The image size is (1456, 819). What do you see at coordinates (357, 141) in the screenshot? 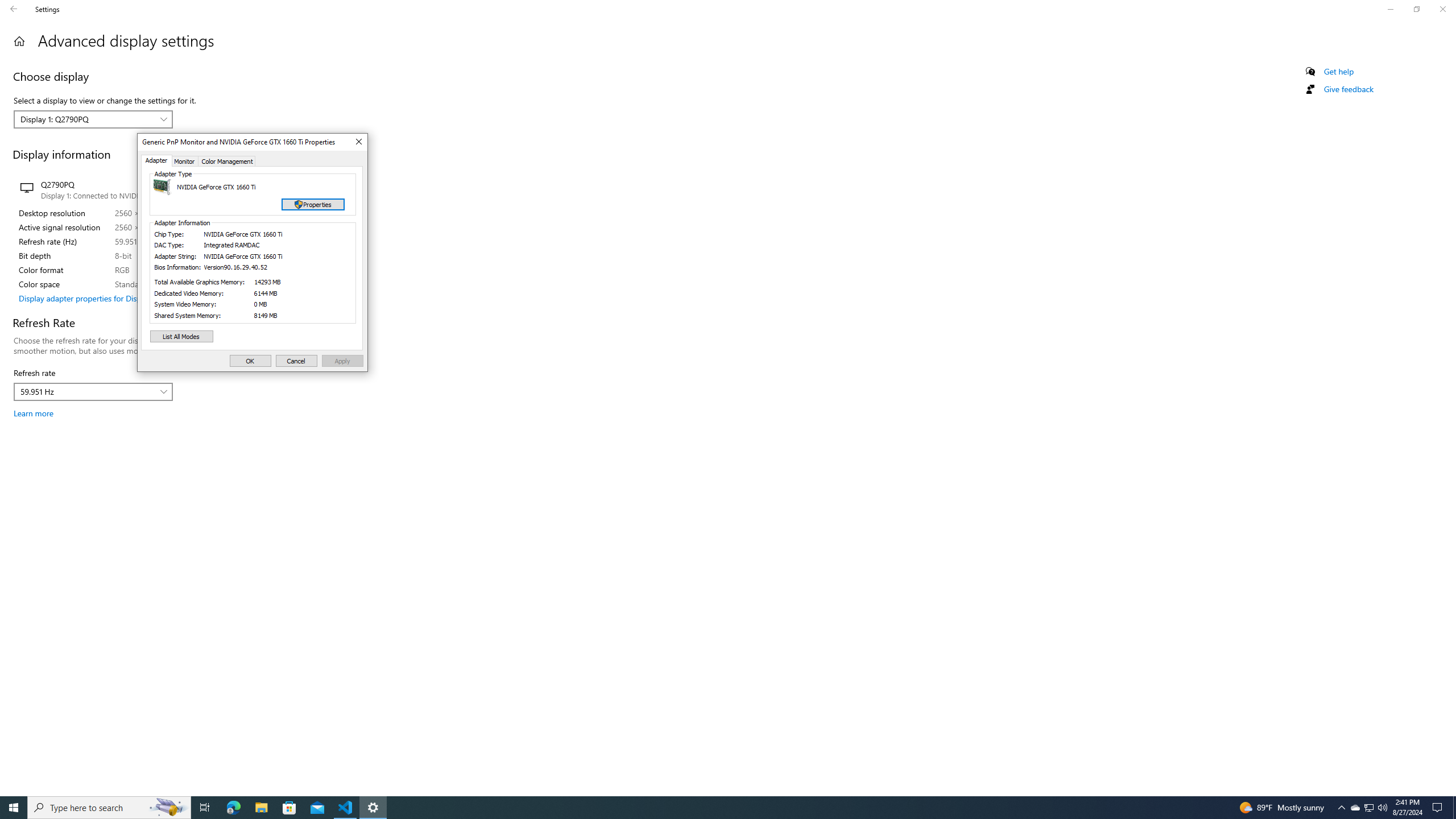
I see `'Close'` at bounding box center [357, 141].